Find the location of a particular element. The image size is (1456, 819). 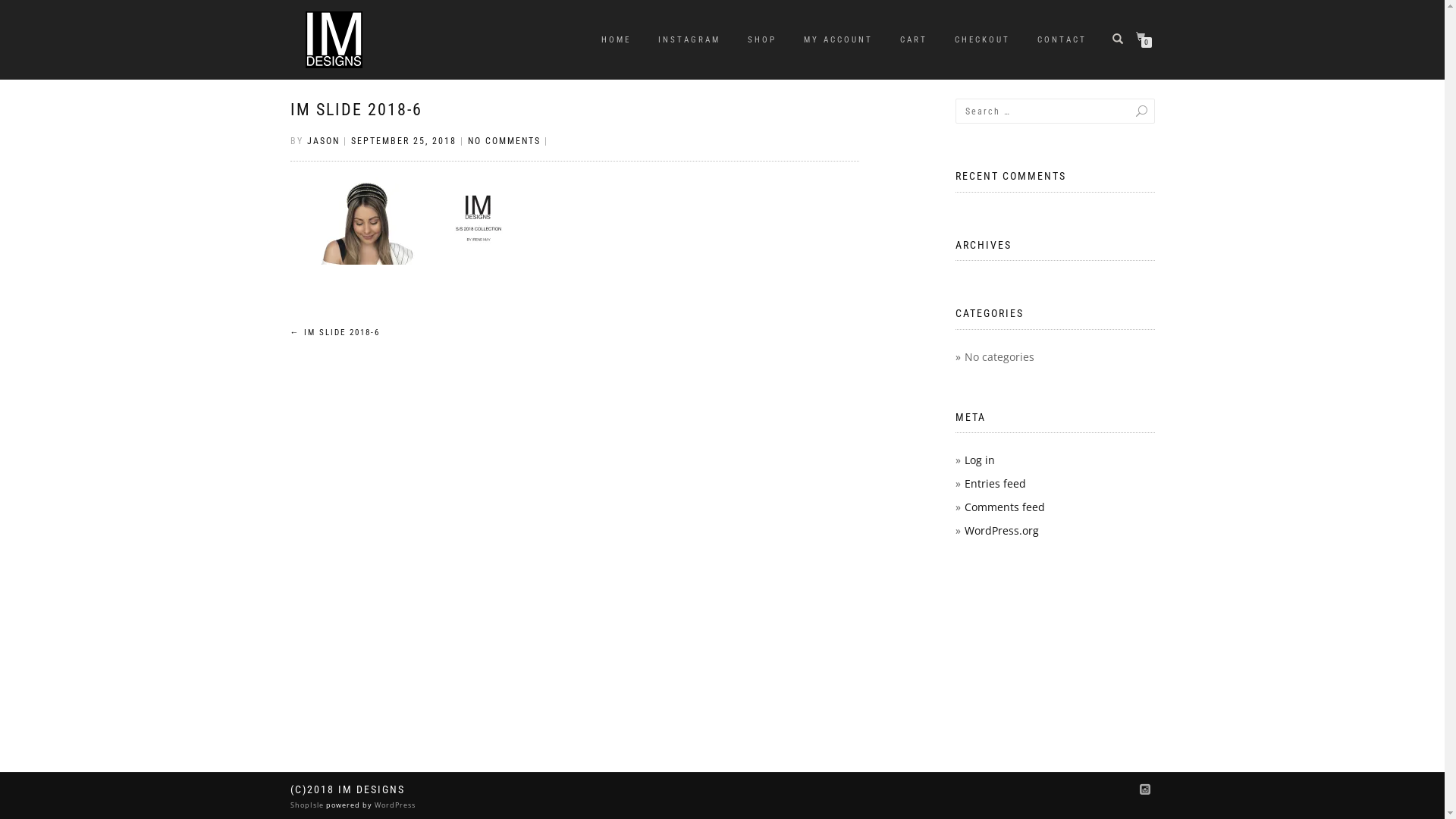

'CART' is located at coordinates (912, 39).